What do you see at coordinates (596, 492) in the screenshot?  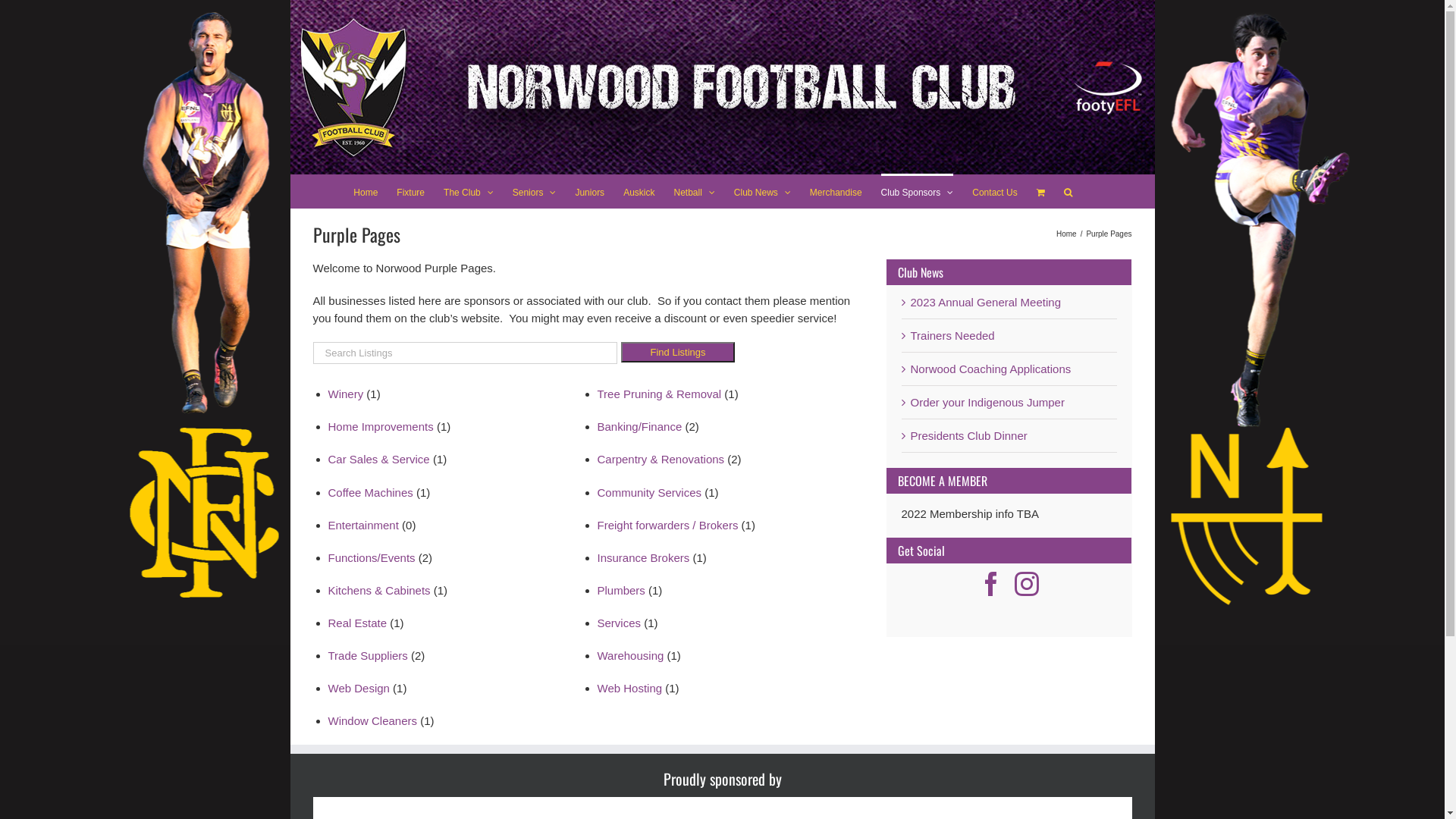 I see `'Community Services'` at bounding box center [596, 492].